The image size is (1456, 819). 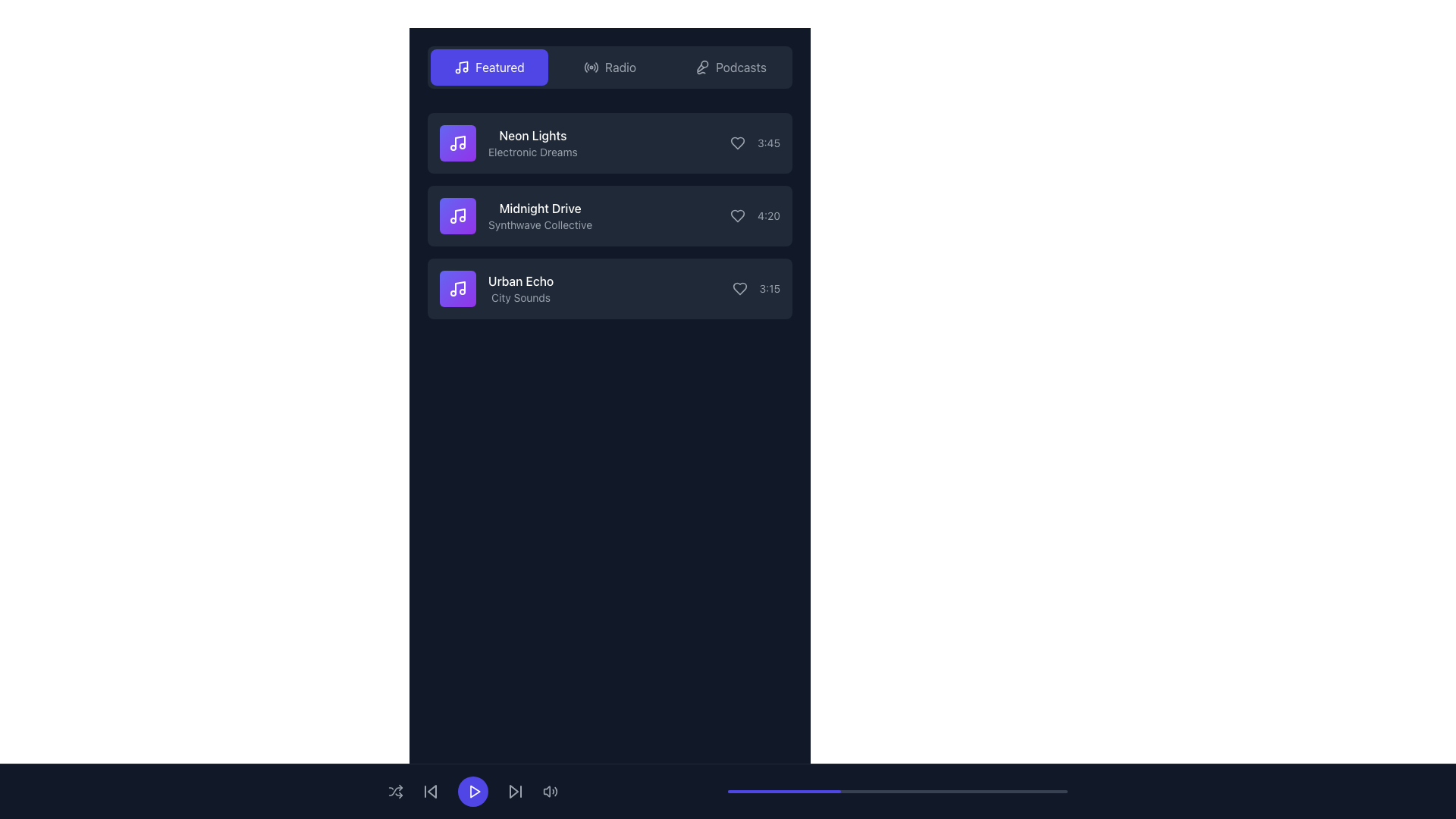 What do you see at coordinates (738, 143) in the screenshot?
I see `the heart icon button that allows users to favorite or like the corresponding music track` at bounding box center [738, 143].